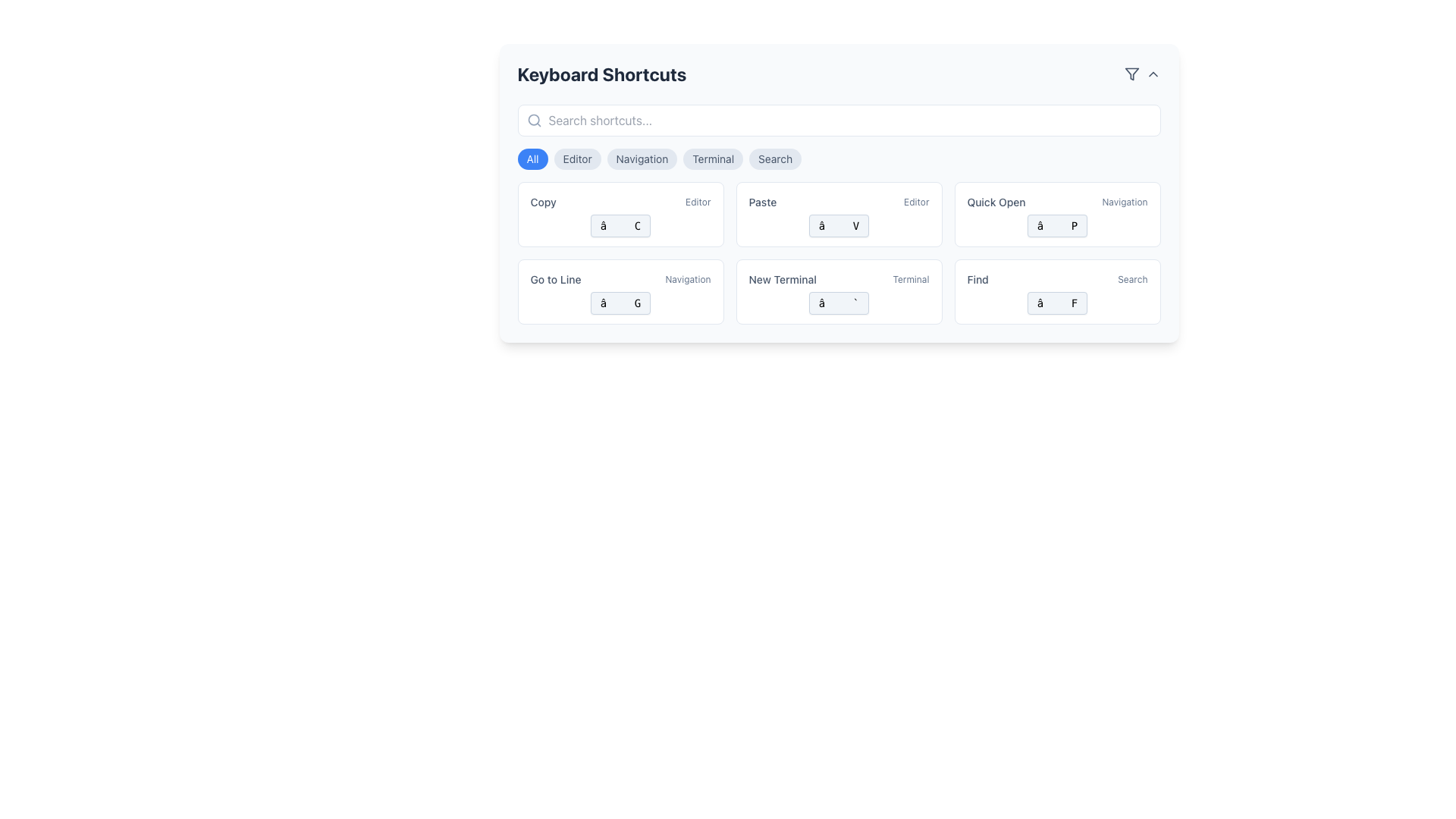 This screenshot has width=1456, height=819. I want to click on the static text label that reads 'Go to Line', which is styled with a medium-sized, grey font and is positioned in the second row of keyboard shortcut entries, so click(555, 280).